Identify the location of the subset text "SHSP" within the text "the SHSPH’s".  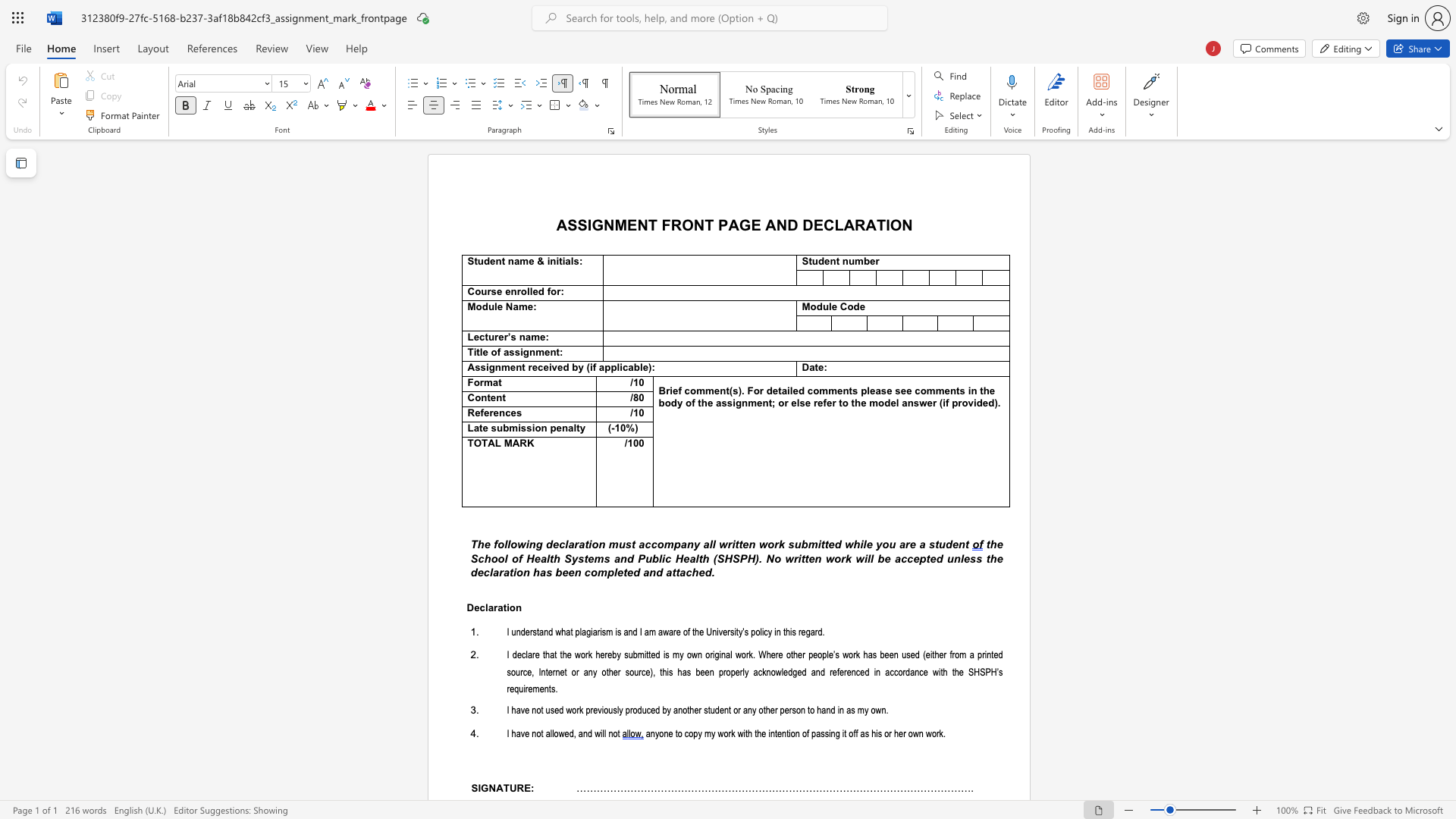
(967, 671).